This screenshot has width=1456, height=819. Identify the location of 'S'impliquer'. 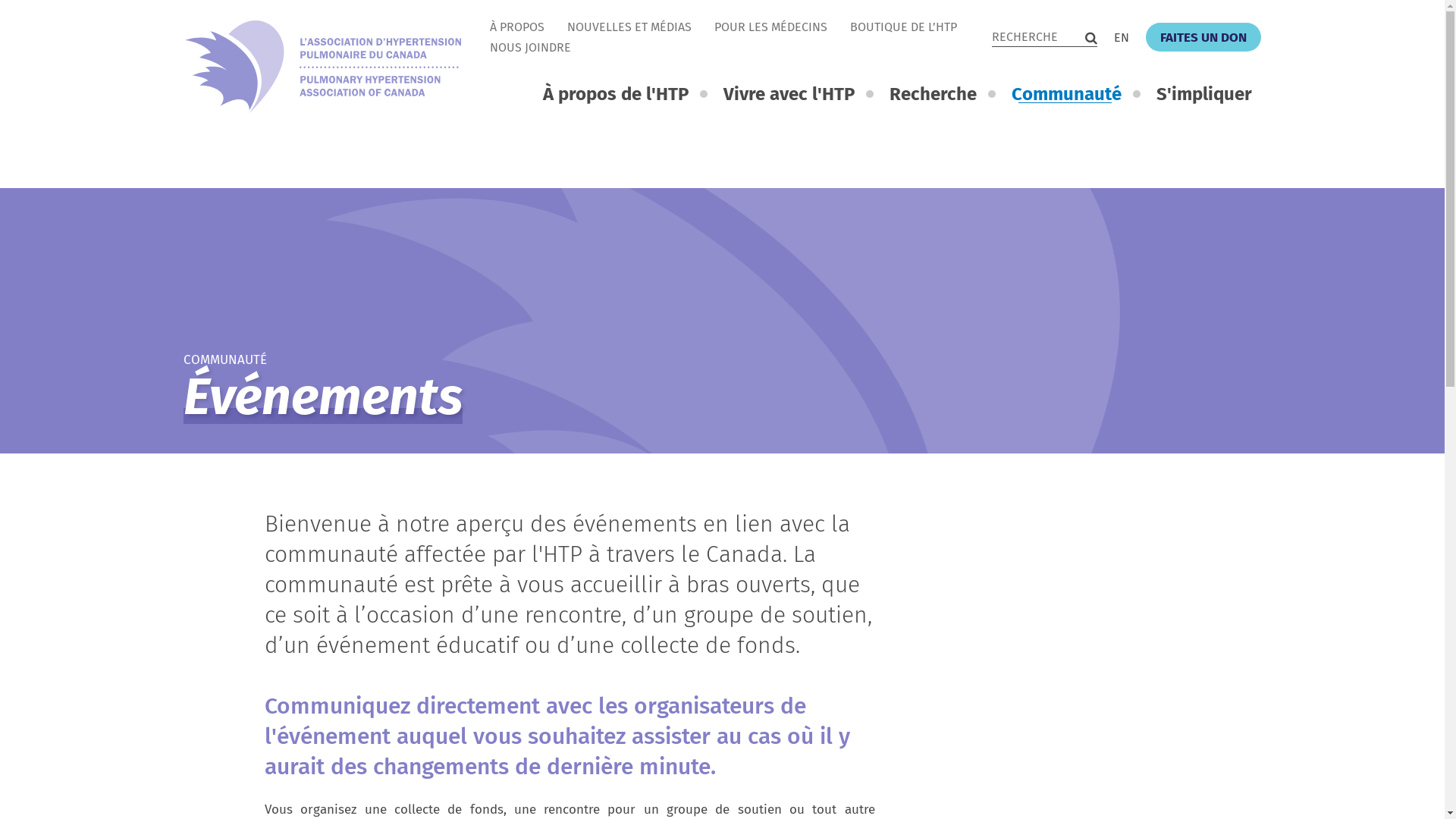
(1147, 93).